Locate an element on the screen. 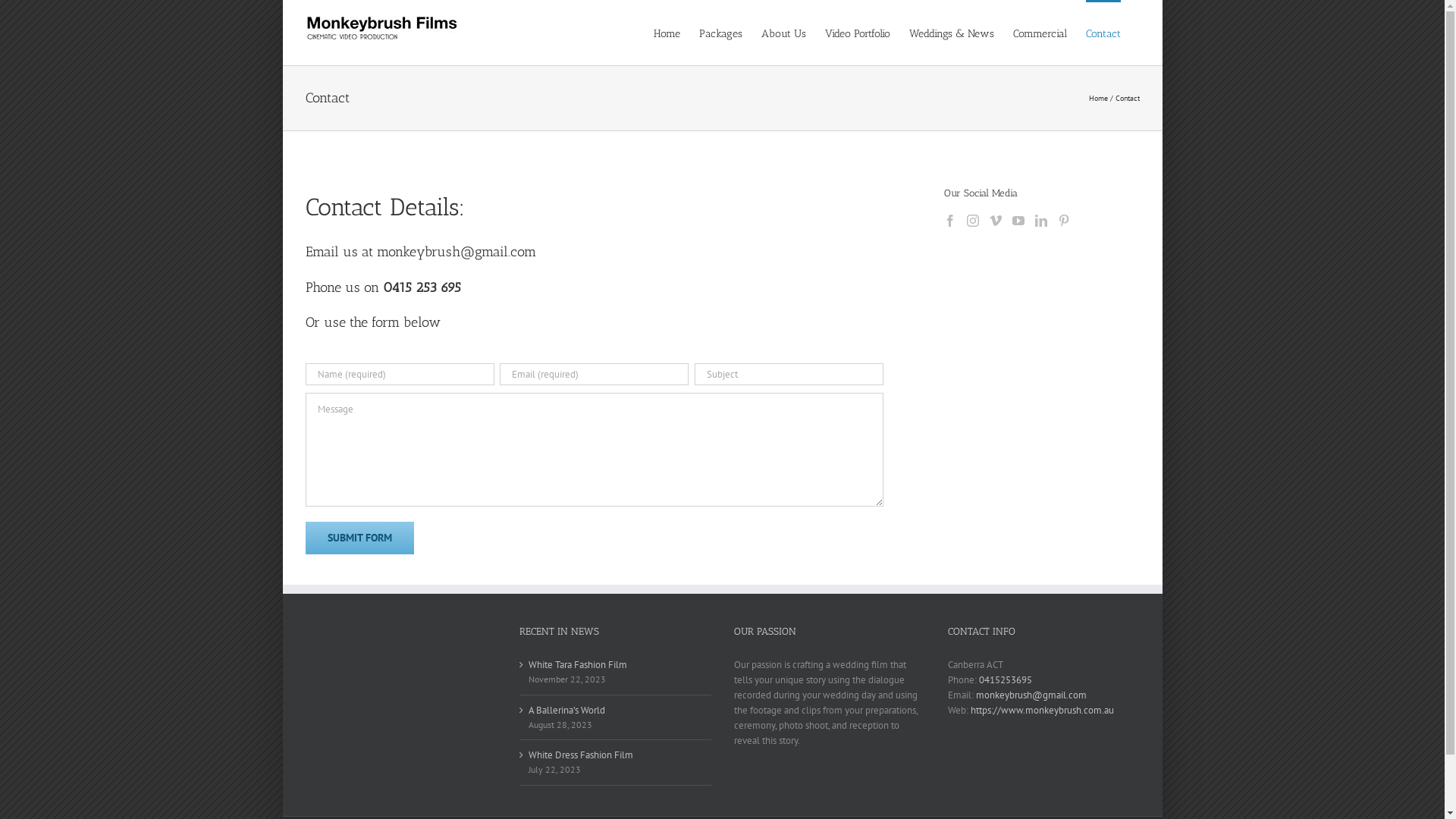  'https://www.monkeybrush.com.au' is located at coordinates (1041, 710).